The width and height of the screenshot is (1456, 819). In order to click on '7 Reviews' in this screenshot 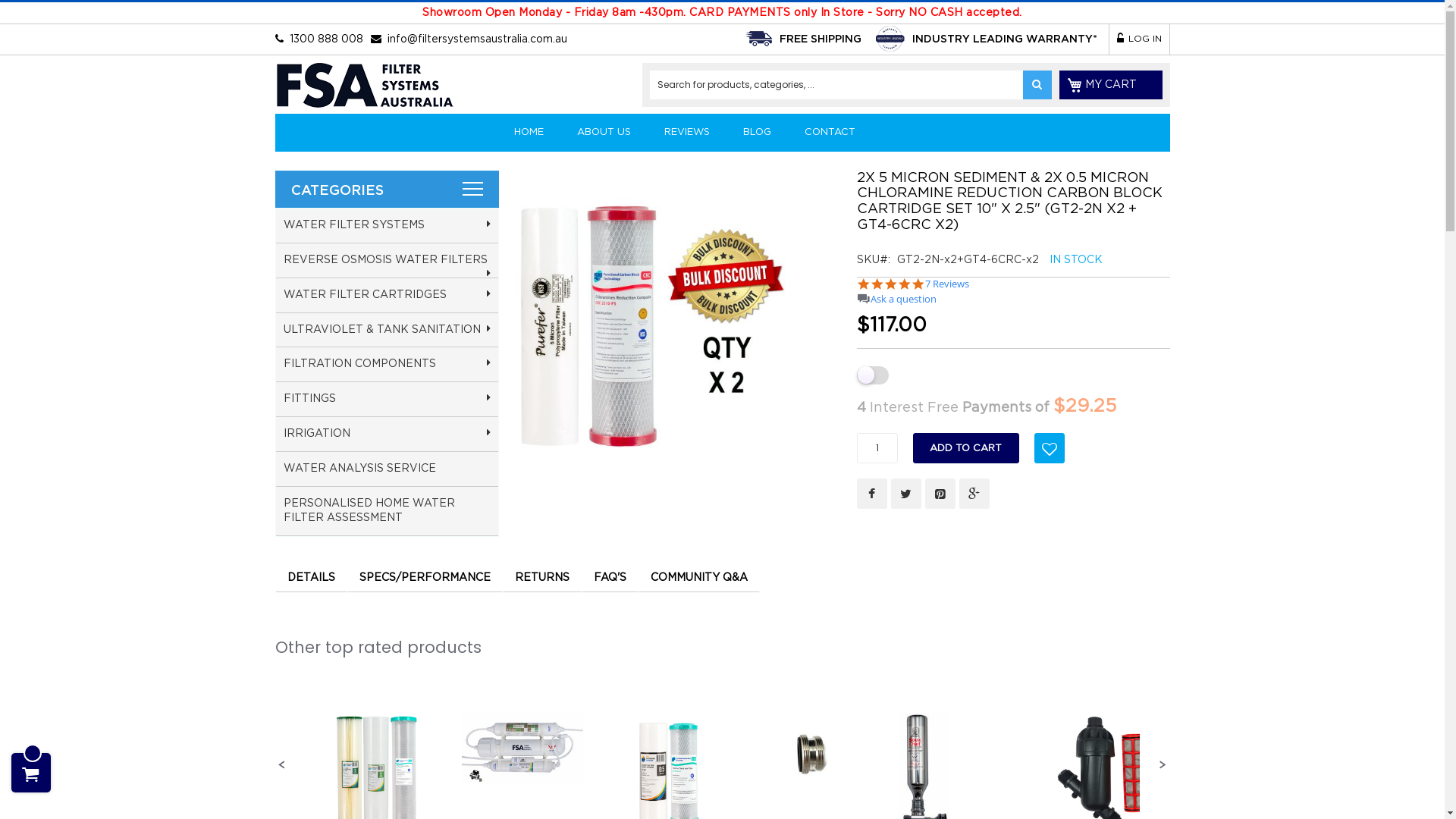, I will do `click(924, 284)`.